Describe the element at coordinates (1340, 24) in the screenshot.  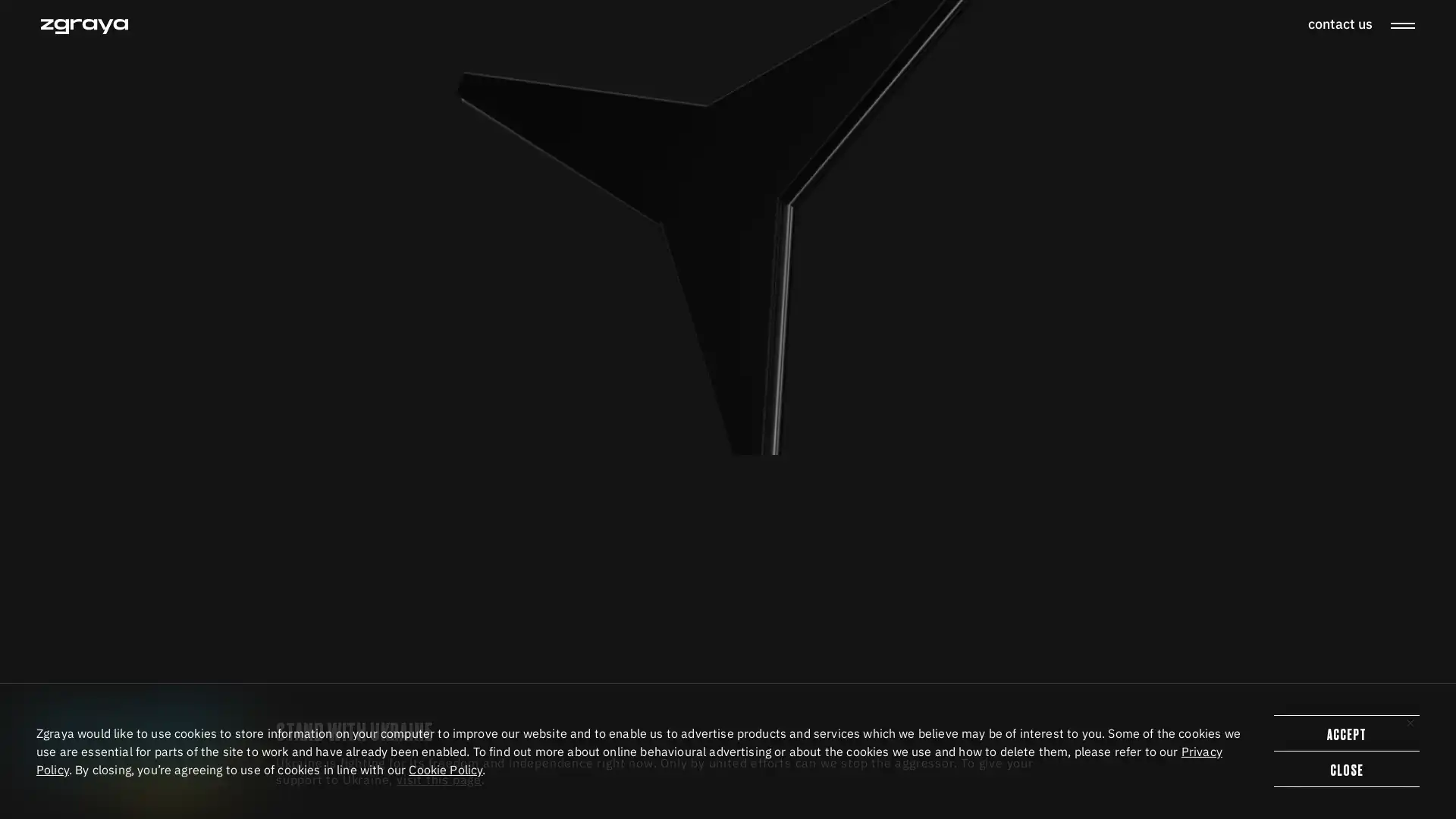
I see `contat us` at that location.